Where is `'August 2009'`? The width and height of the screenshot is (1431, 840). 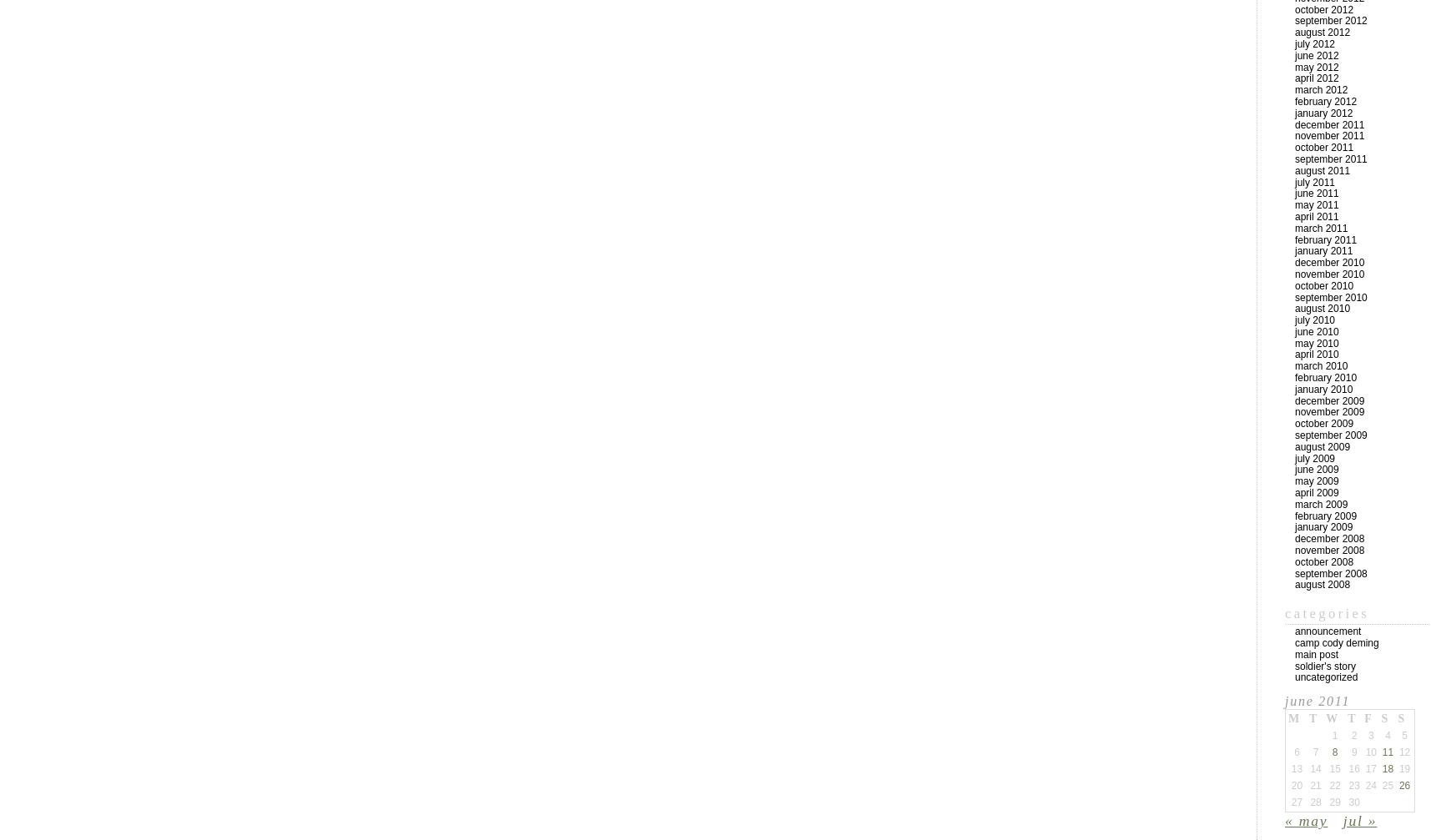 'August 2009' is located at coordinates (1322, 445).